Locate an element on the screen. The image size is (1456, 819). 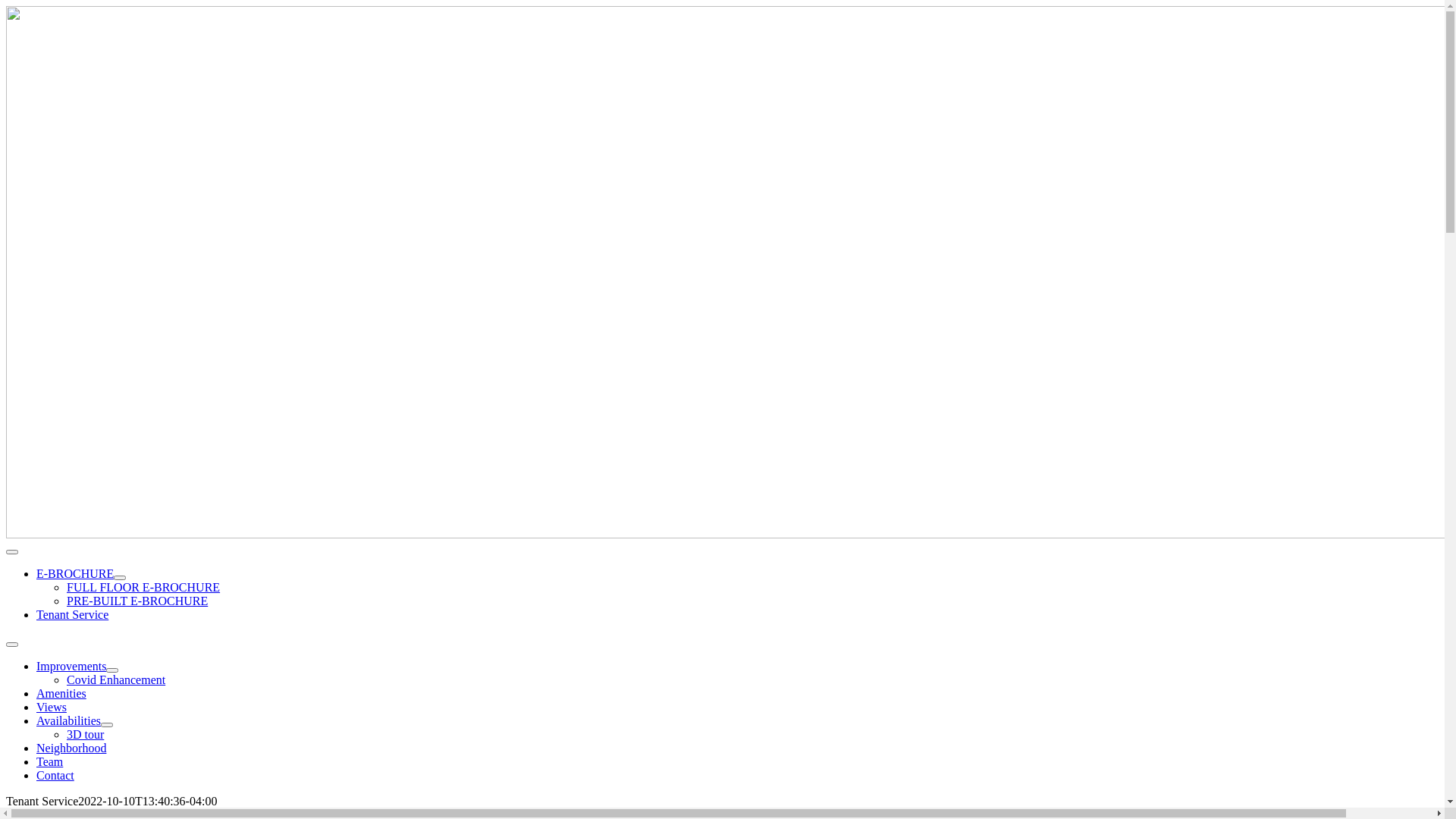
'Views' is located at coordinates (36, 707).